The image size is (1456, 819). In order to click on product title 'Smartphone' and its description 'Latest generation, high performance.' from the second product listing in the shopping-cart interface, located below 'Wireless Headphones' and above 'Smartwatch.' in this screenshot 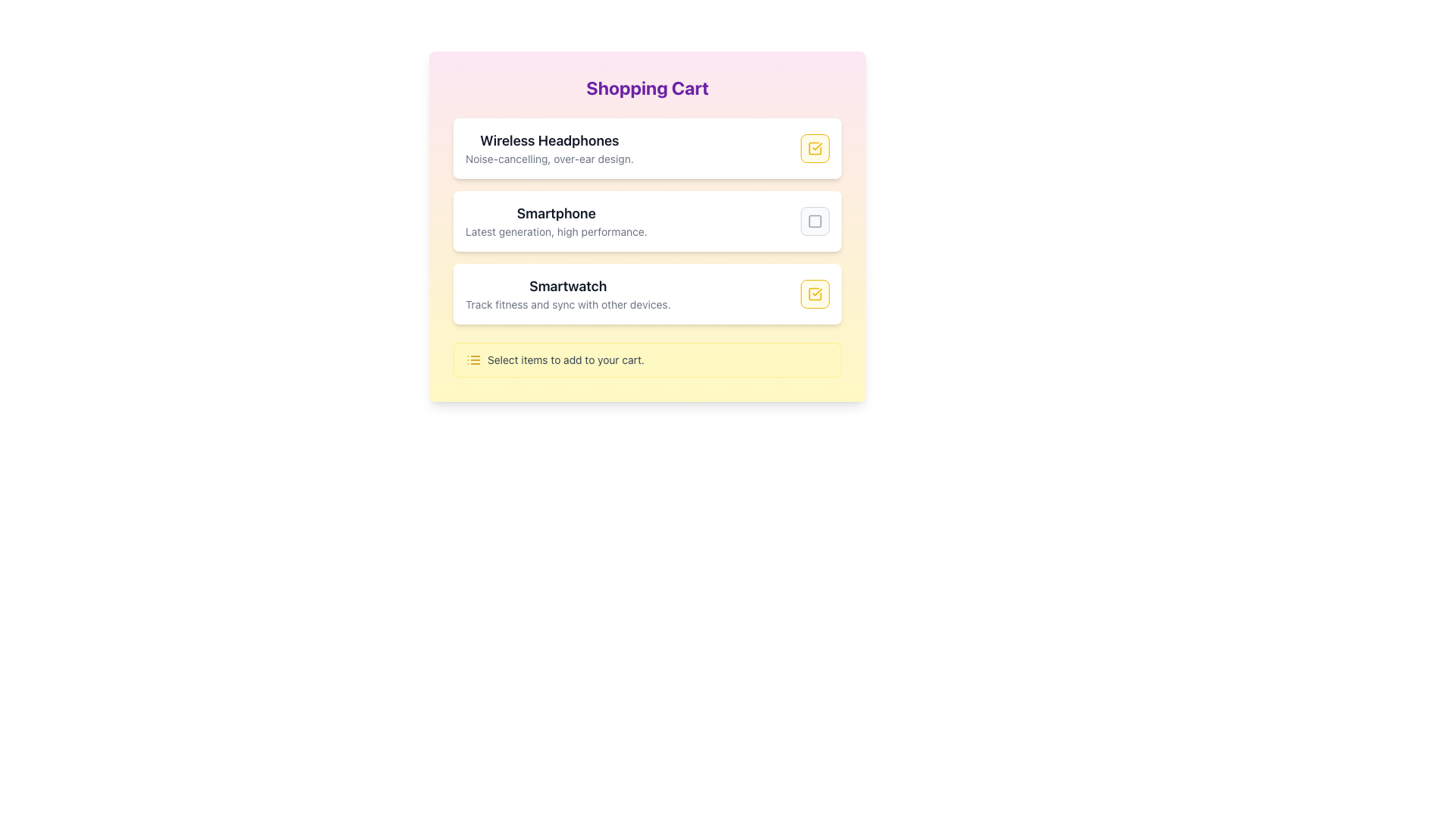, I will do `click(648, 221)`.